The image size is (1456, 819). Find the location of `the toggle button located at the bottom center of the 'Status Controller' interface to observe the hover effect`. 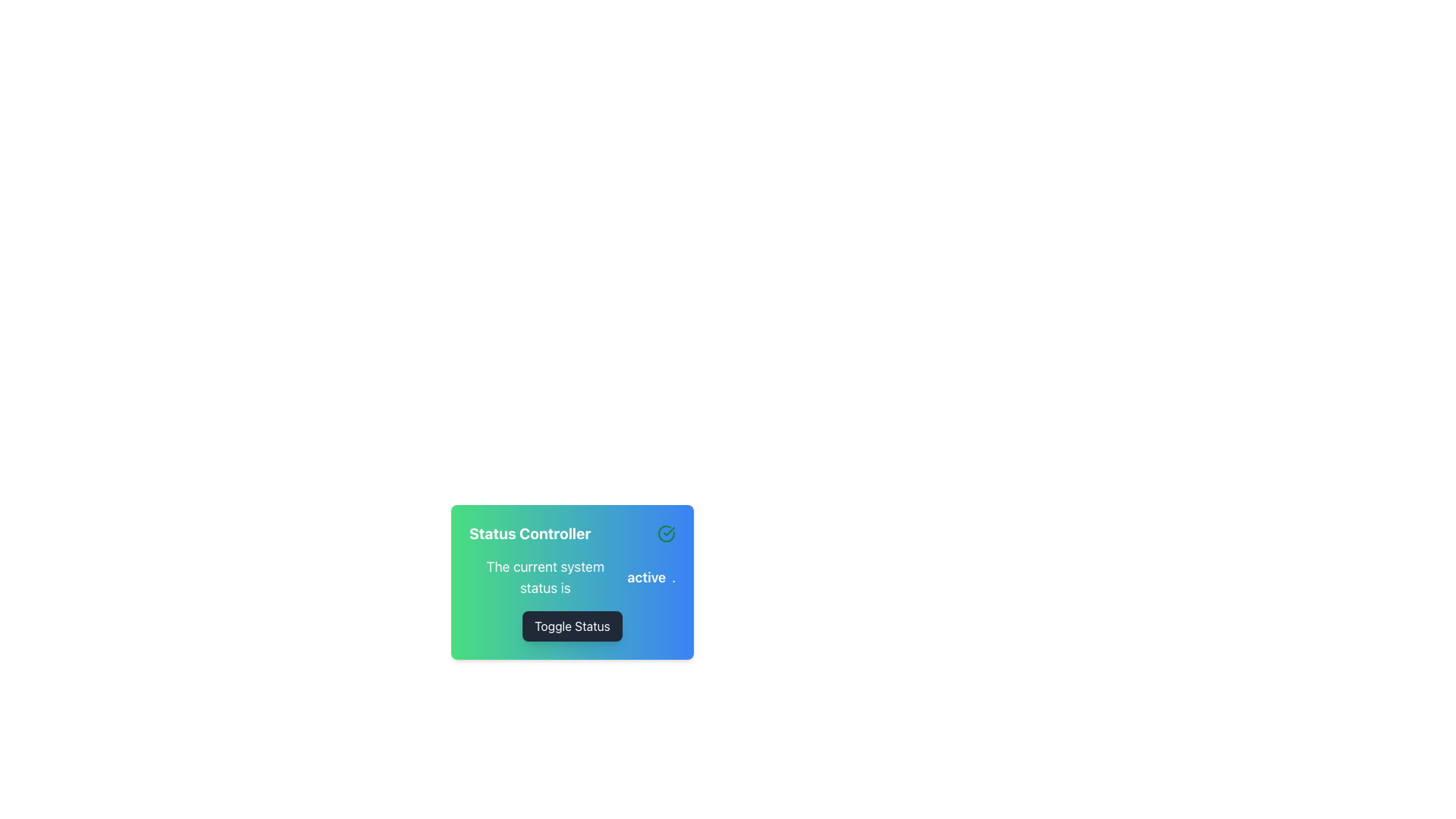

the toggle button located at the bottom center of the 'Status Controller' interface to observe the hover effect is located at coordinates (571, 626).